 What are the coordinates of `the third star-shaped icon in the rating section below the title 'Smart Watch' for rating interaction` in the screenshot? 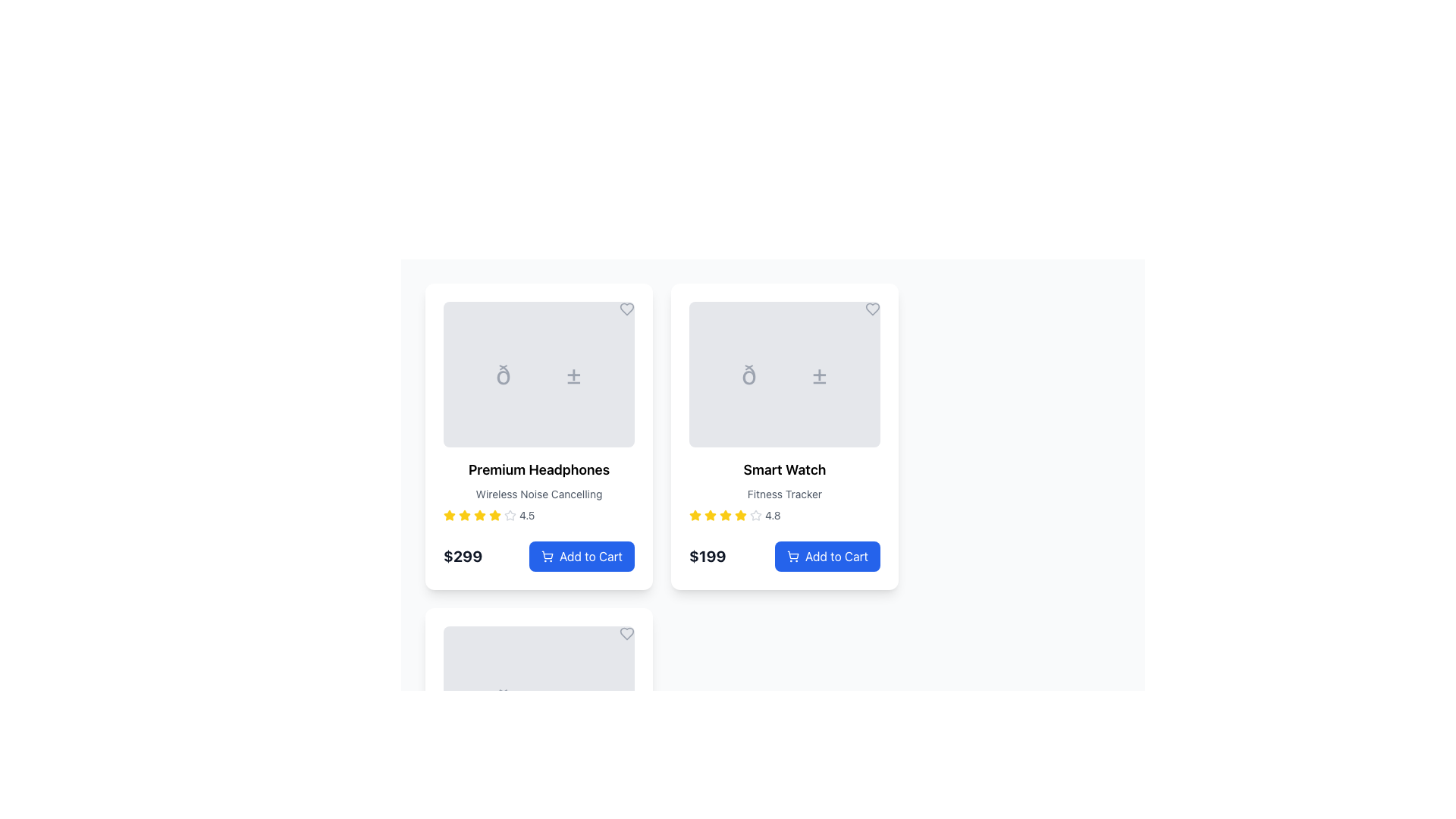 It's located at (724, 514).